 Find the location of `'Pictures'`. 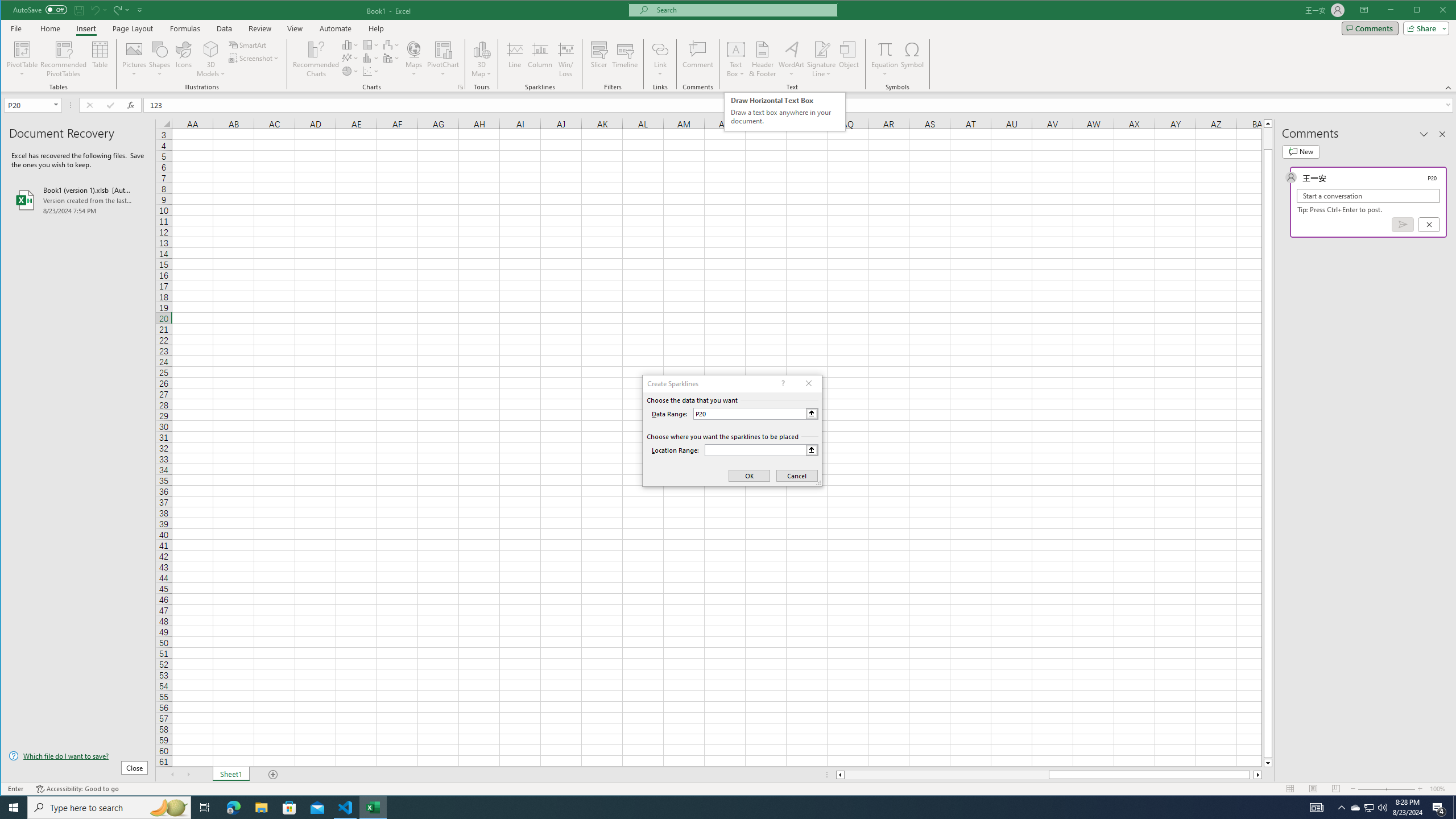

'Pictures' is located at coordinates (134, 59).